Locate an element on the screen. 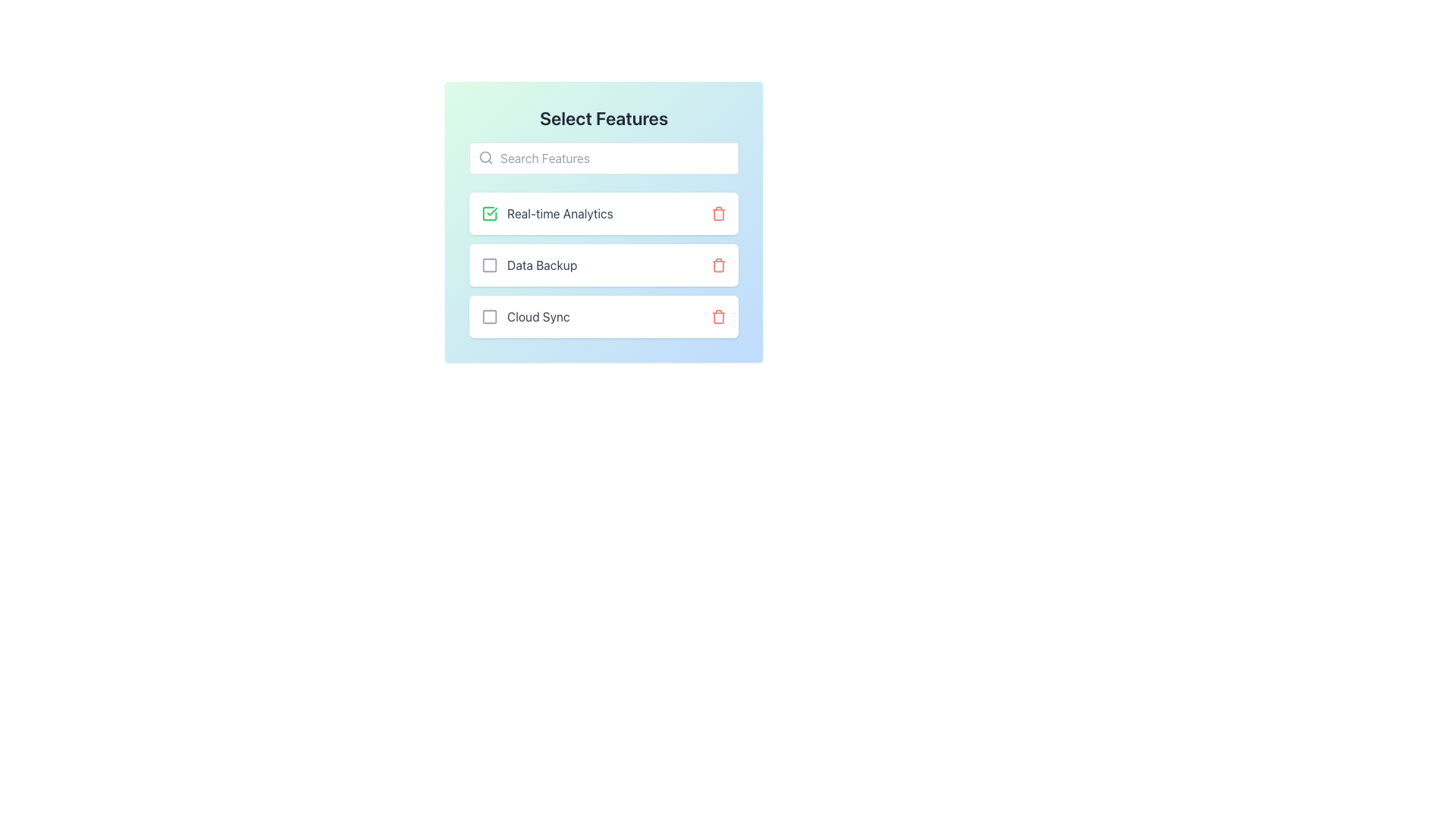  the 'Real-time Analytics' text label, which is styled in gray and located to the right of a green checkmark icon in the feature selection interface is located at coordinates (559, 213).